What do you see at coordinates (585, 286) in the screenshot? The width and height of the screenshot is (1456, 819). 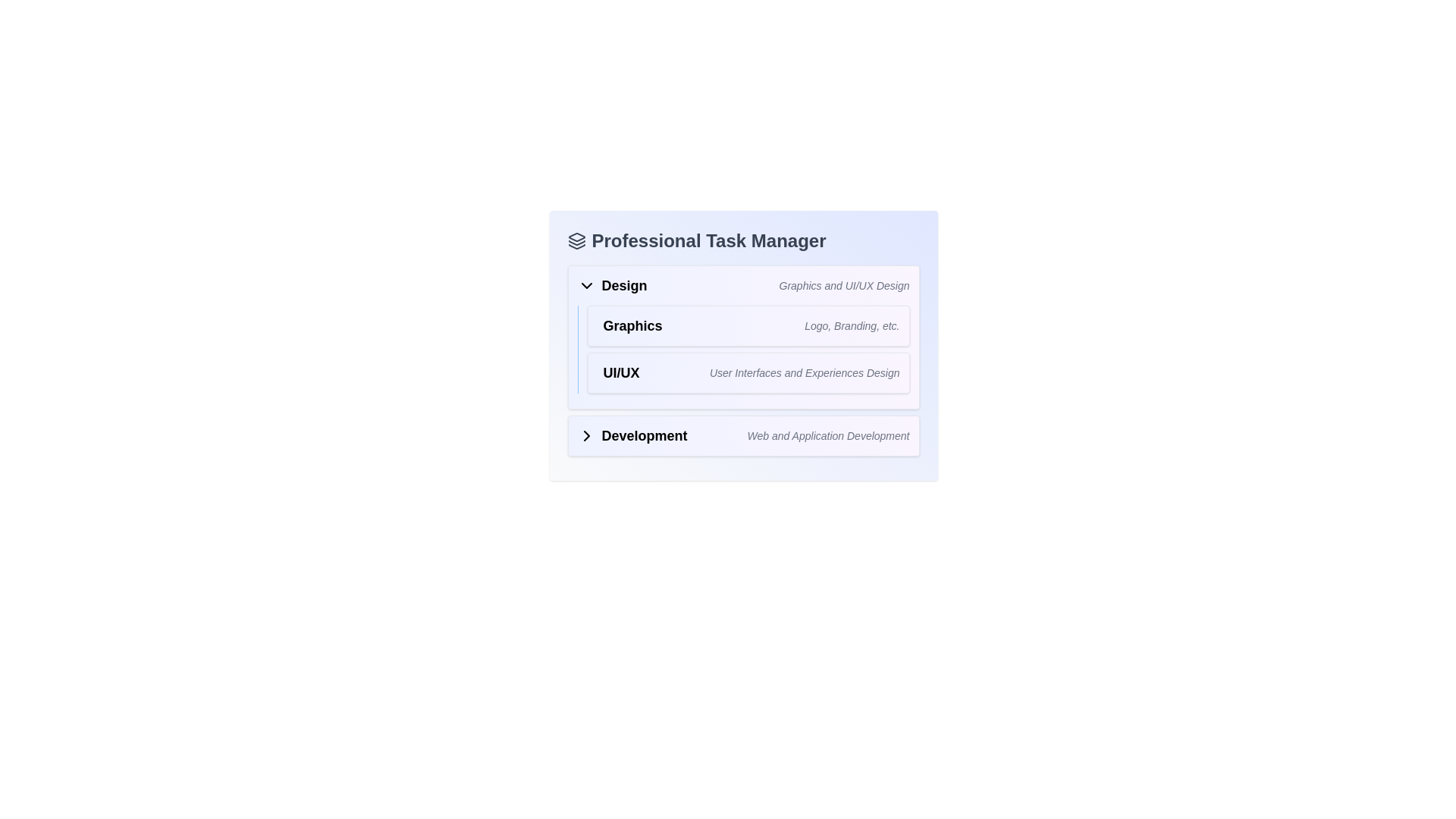 I see `the chevron icon to the left of the 'Design' label` at bounding box center [585, 286].